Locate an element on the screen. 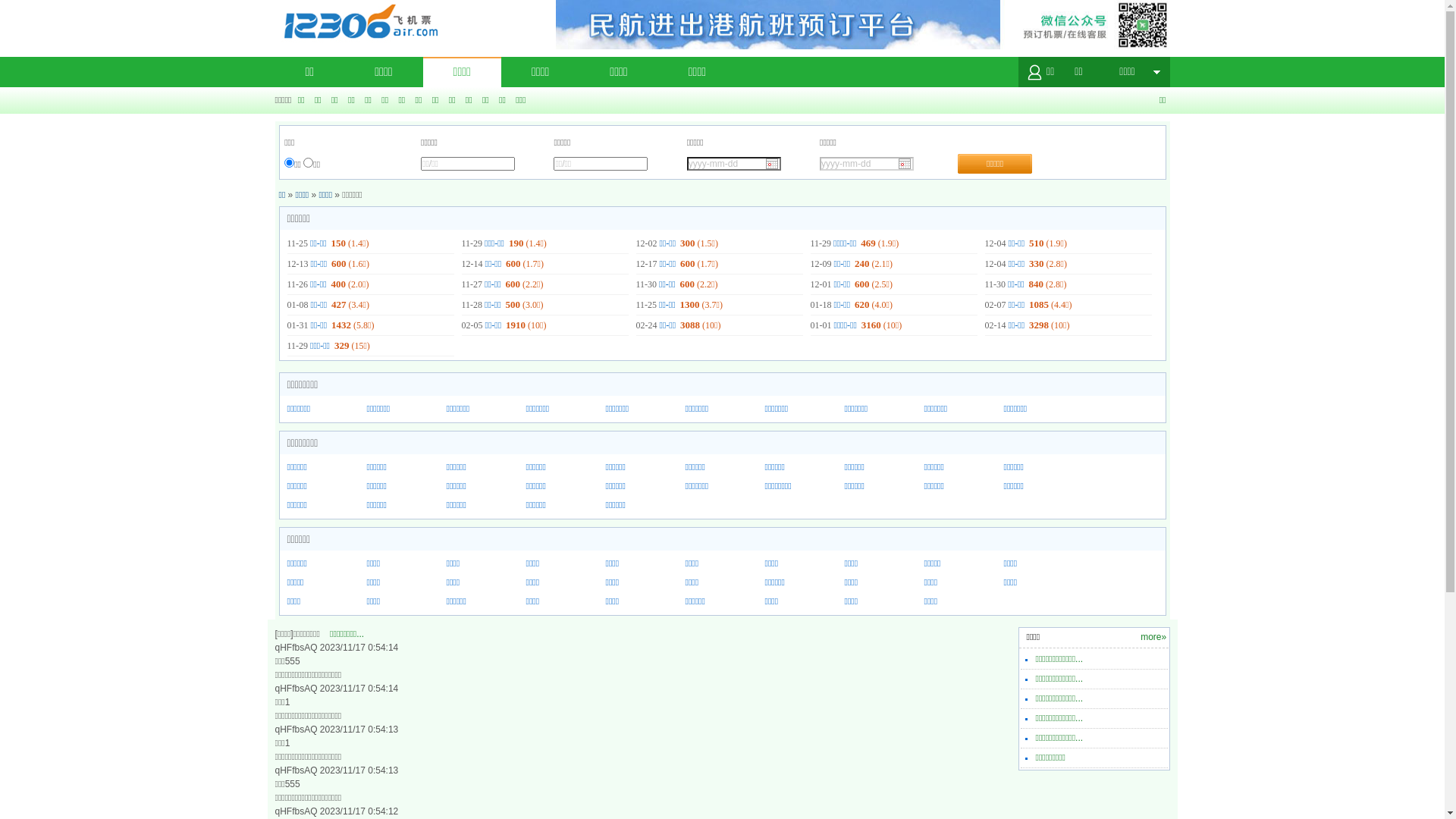 This screenshot has height=819, width=1456. 'yyyy-mm-dd' is located at coordinates (866, 164).